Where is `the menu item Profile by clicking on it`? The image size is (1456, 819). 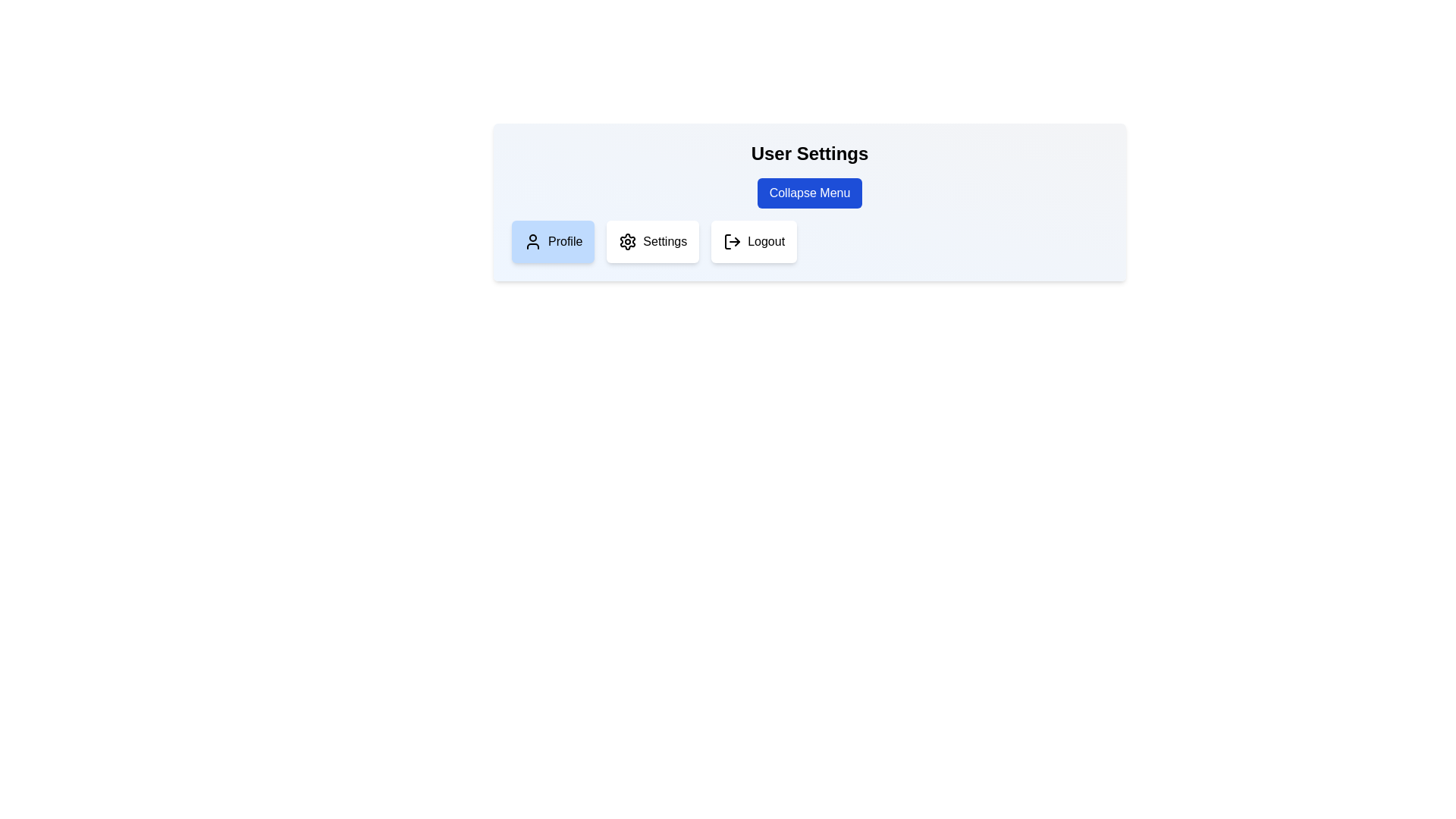 the menu item Profile by clicking on it is located at coordinates (552, 241).